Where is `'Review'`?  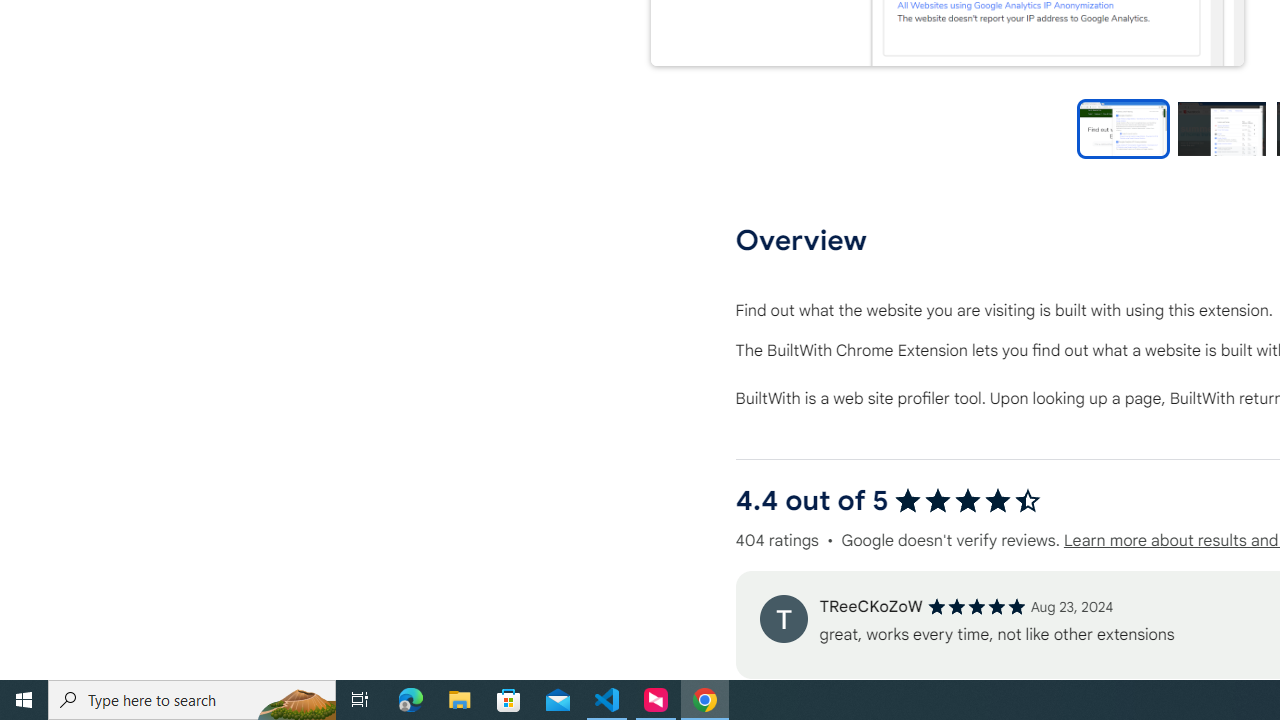 'Review' is located at coordinates (782, 617).